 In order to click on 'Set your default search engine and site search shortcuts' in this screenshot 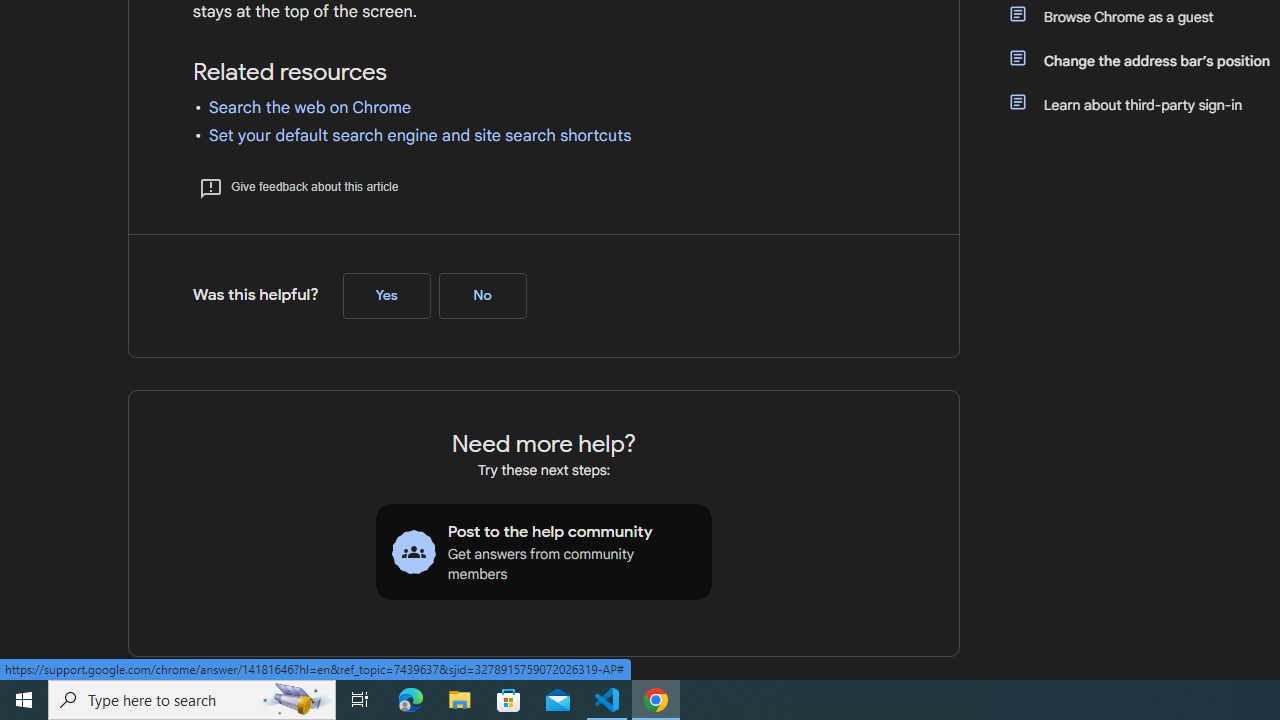, I will do `click(419, 135)`.